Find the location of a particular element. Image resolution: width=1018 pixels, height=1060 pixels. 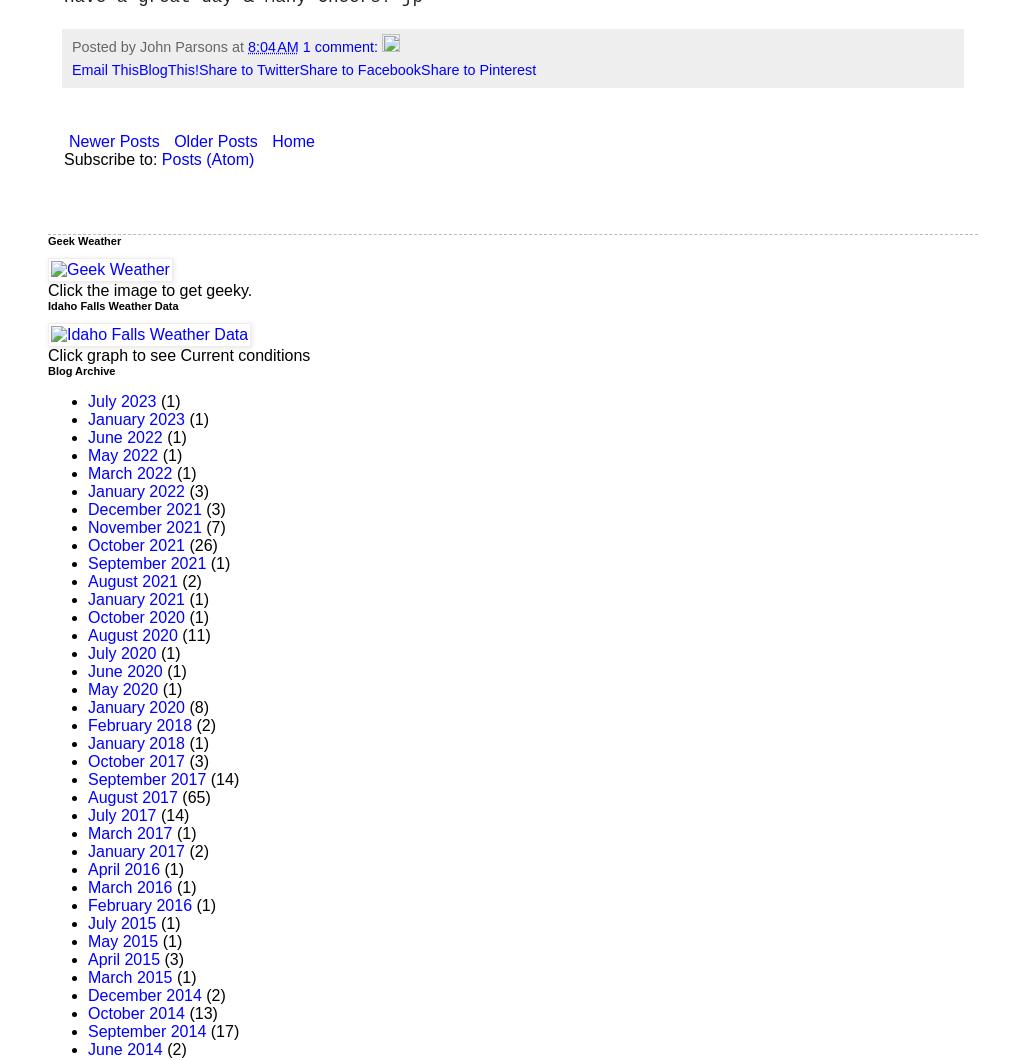

'February 2016' is located at coordinates (87, 905).